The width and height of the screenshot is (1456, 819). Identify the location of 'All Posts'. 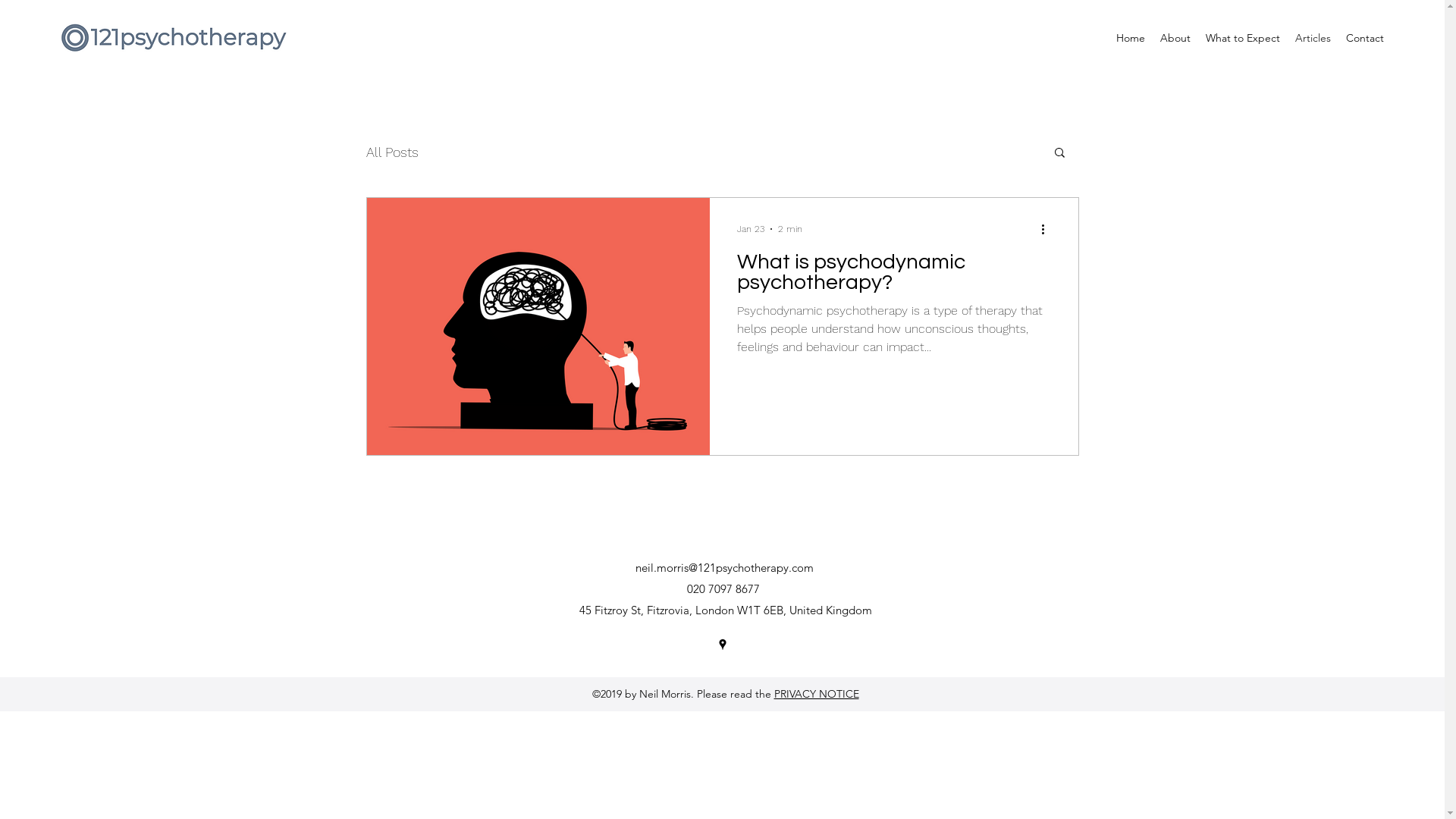
(391, 152).